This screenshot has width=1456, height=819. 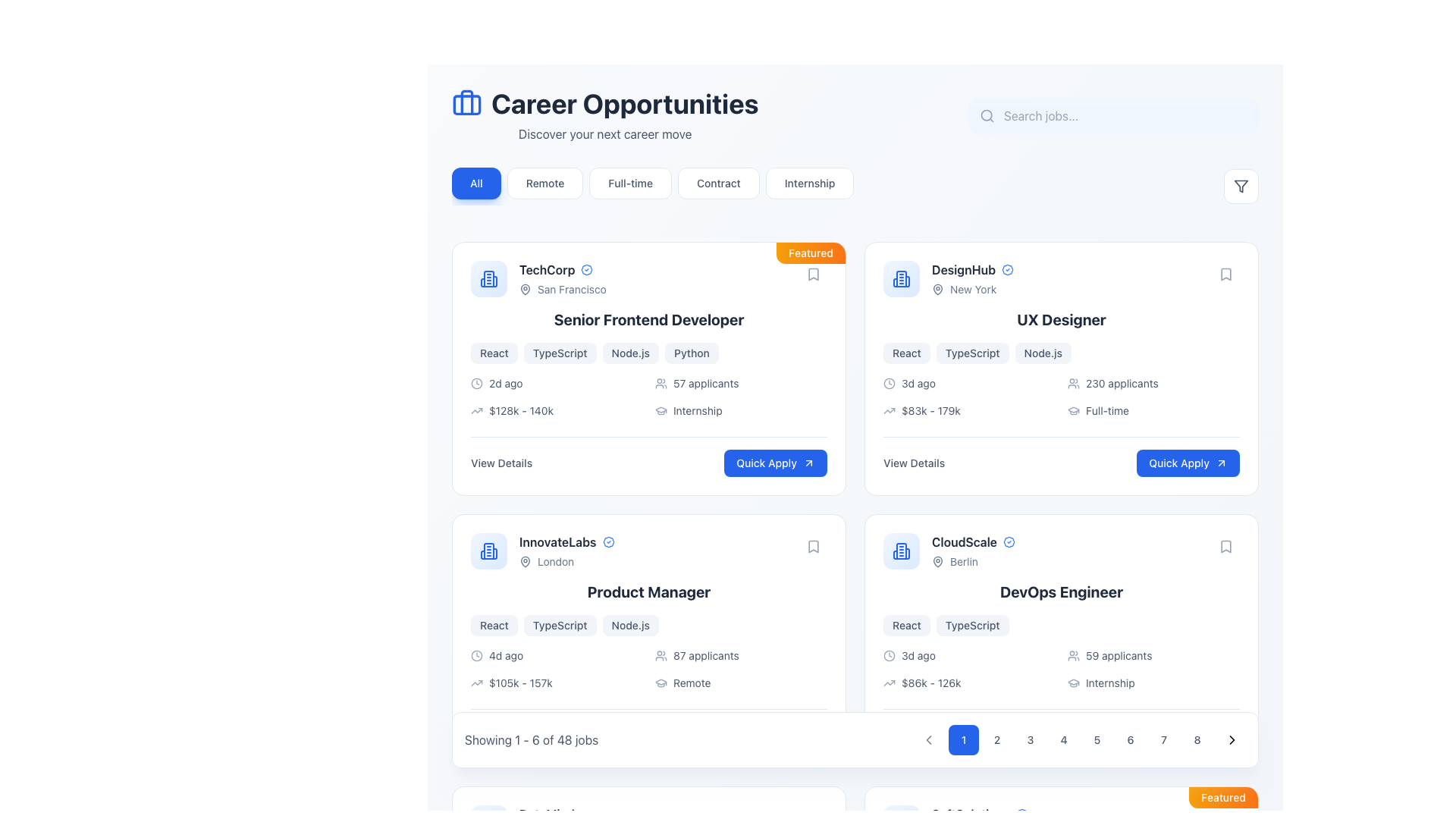 What do you see at coordinates (972, 353) in the screenshot?
I see `the 'TypeScript' badge, which is the second badge in the group of three badges within the 'DesignHub' UX Designer card, located in the right column` at bounding box center [972, 353].